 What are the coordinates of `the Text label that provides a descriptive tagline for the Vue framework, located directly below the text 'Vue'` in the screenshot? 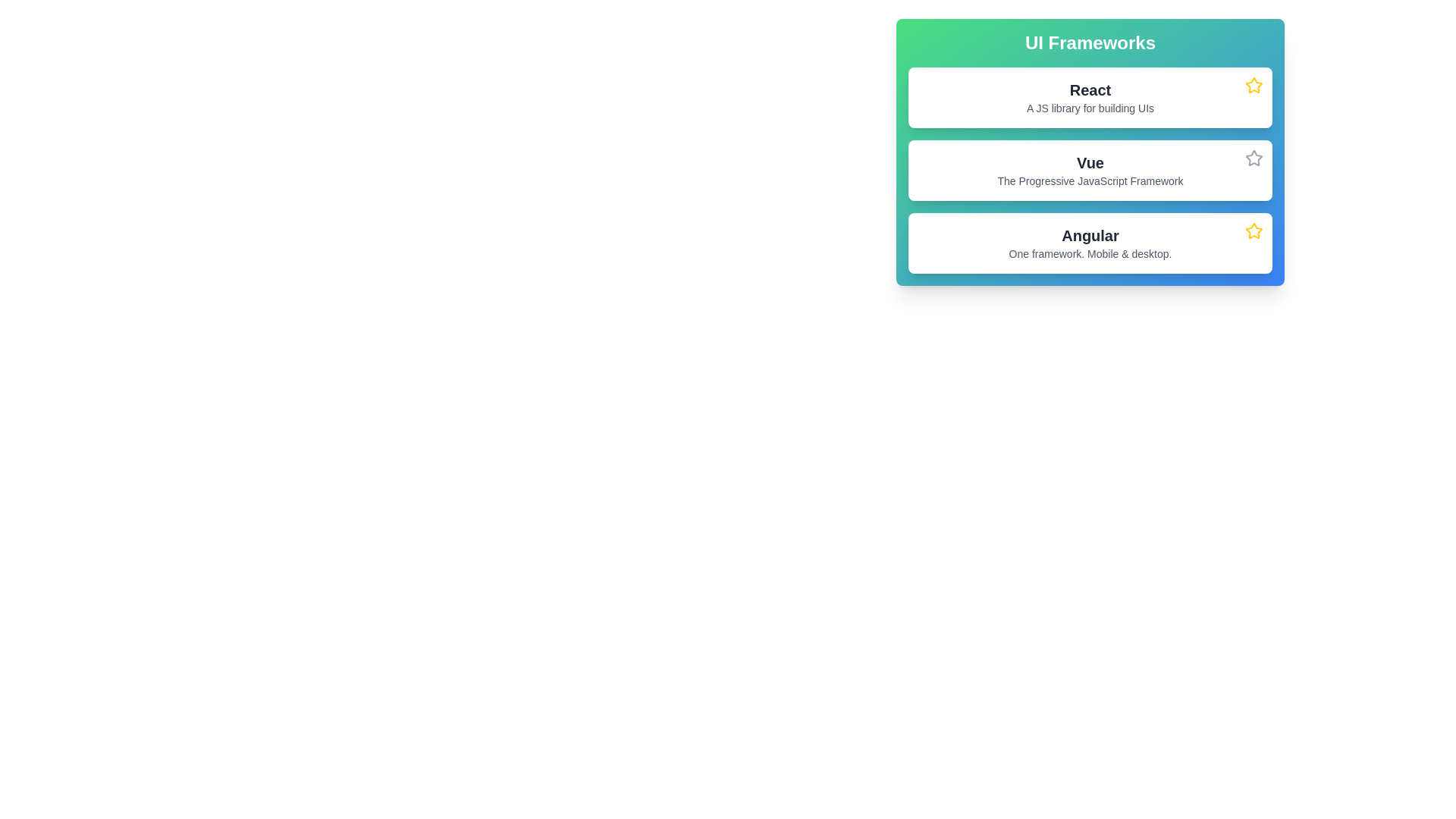 It's located at (1090, 180).